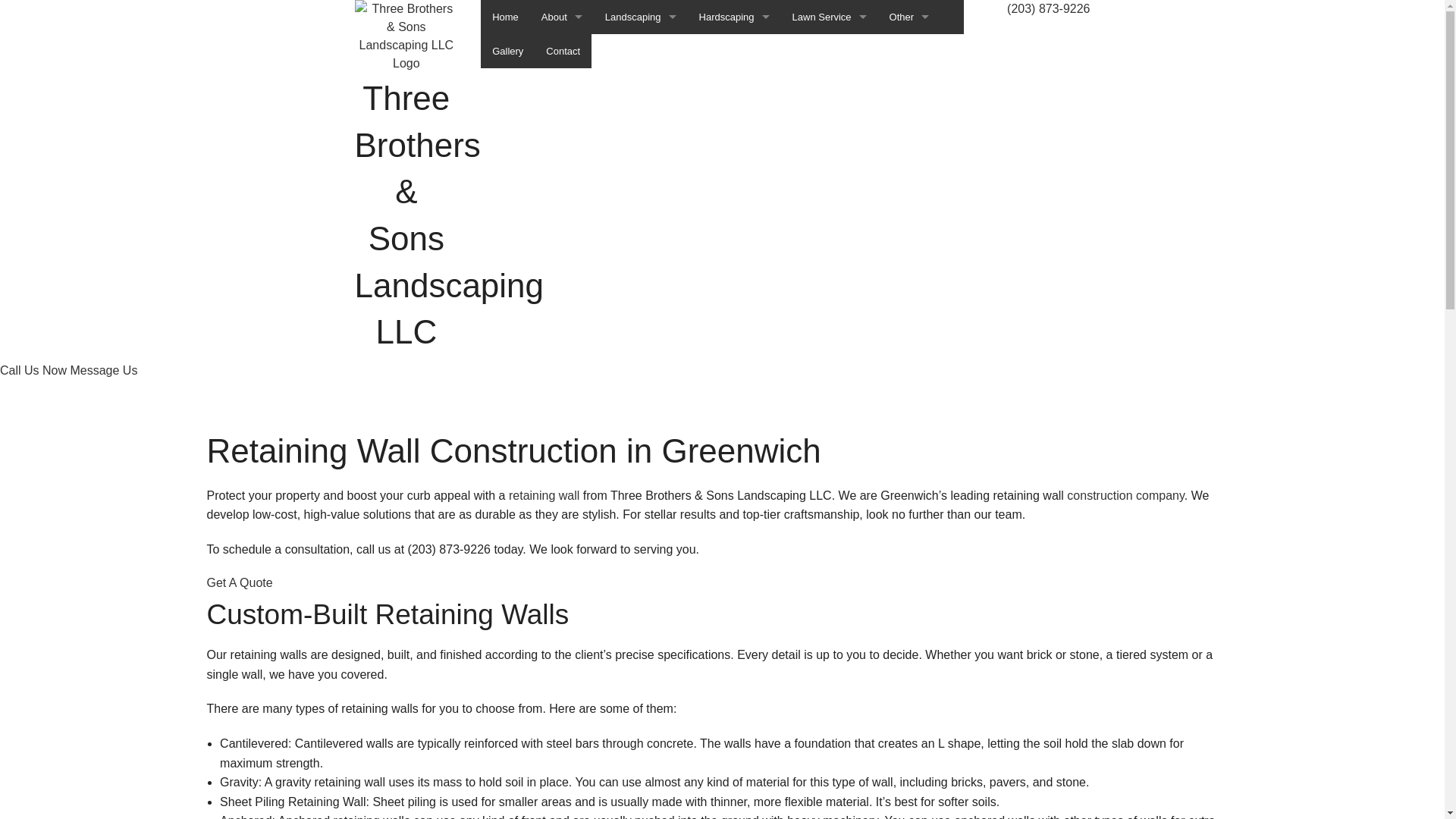 This screenshot has height=819, width=1456. What do you see at coordinates (734, 153) in the screenshot?
I see `'Paver Installation'` at bounding box center [734, 153].